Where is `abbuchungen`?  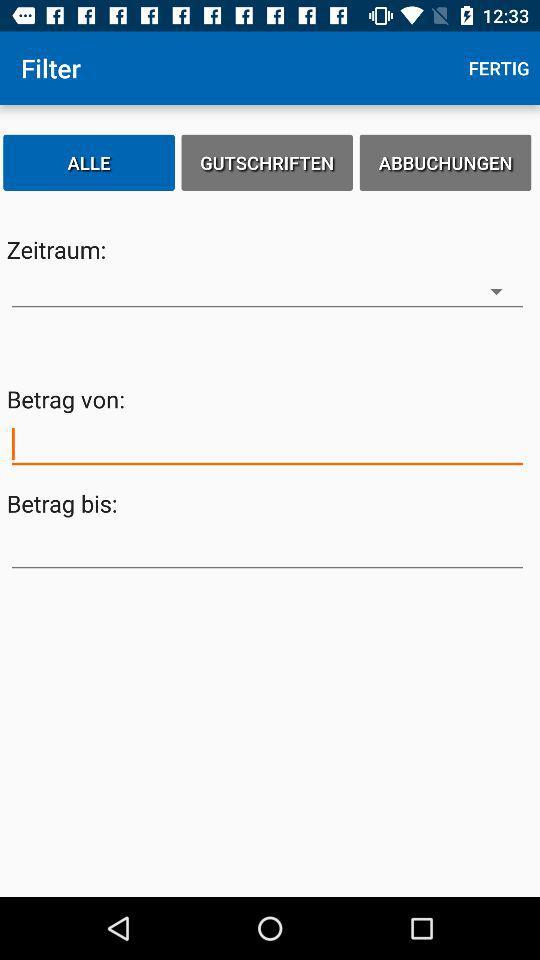
abbuchungen is located at coordinates (445, 161).